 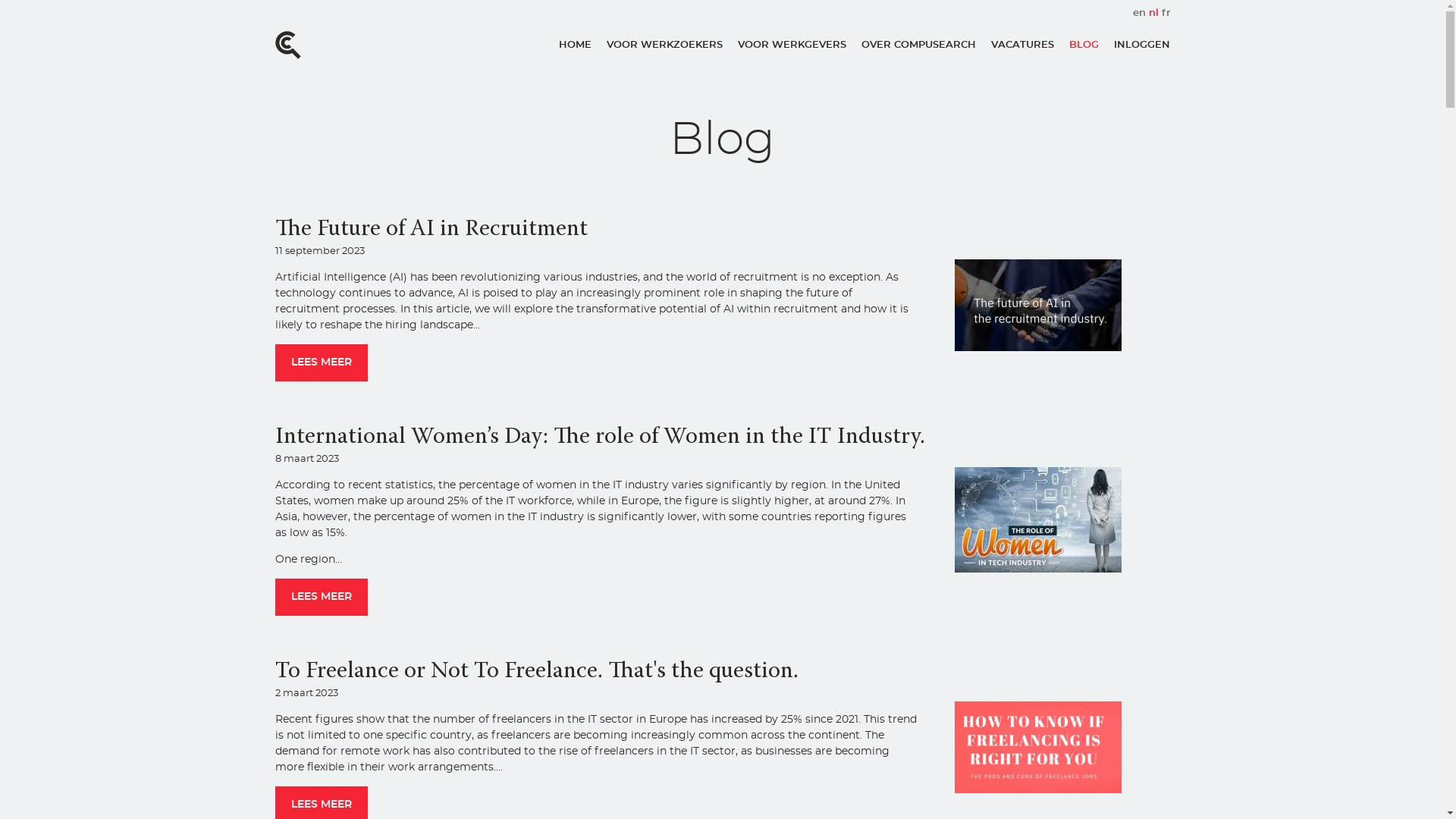 I want to click on 'VOOR WERKGEVERS', so click(x=790, y=44).